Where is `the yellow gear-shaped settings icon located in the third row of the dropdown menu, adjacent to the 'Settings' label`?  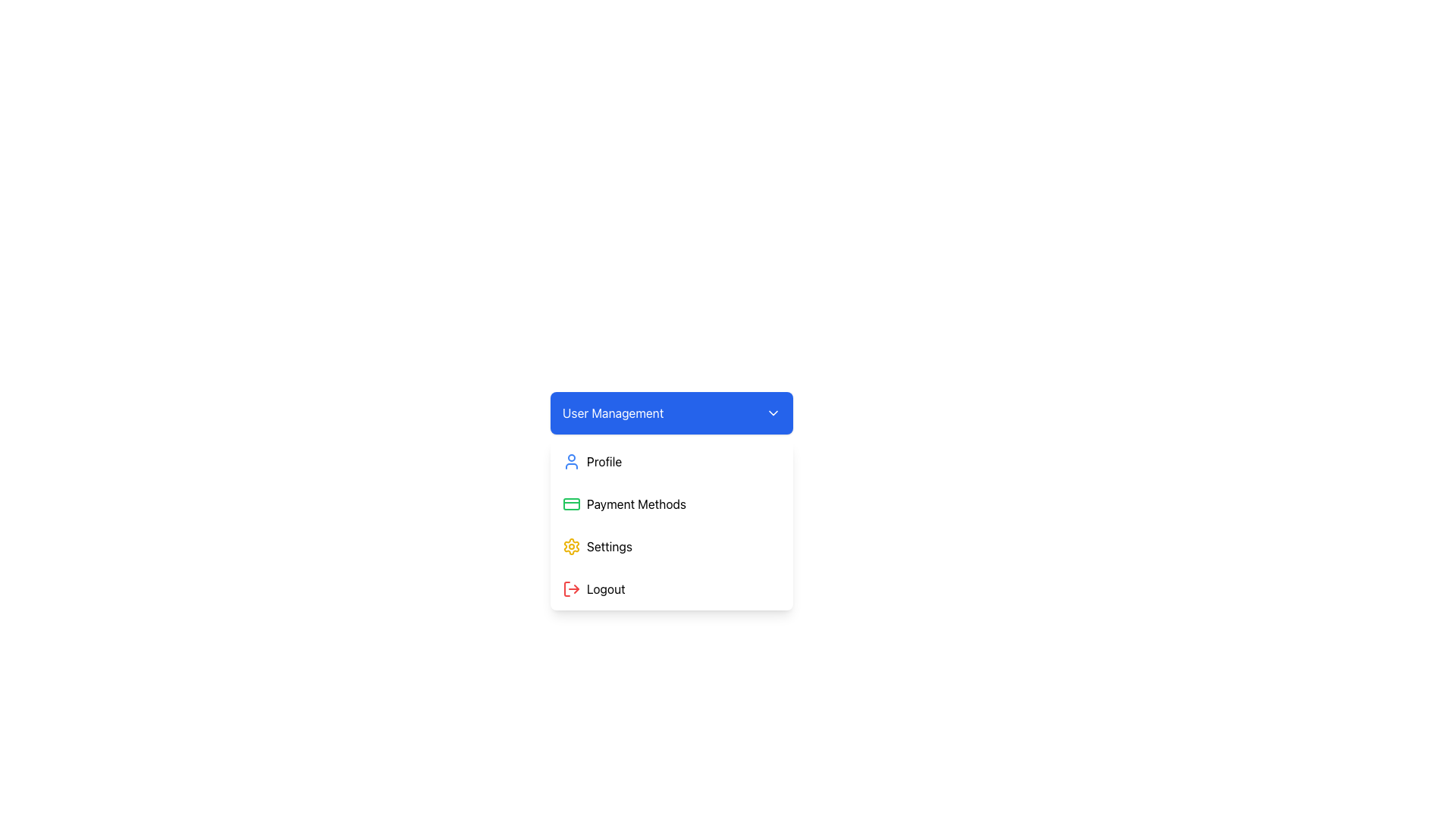
the yellow gear-shaped settings icon located in the third row of the dropdown menu, adjacent to the 'Settings' label is located at coordinates (570, 547).